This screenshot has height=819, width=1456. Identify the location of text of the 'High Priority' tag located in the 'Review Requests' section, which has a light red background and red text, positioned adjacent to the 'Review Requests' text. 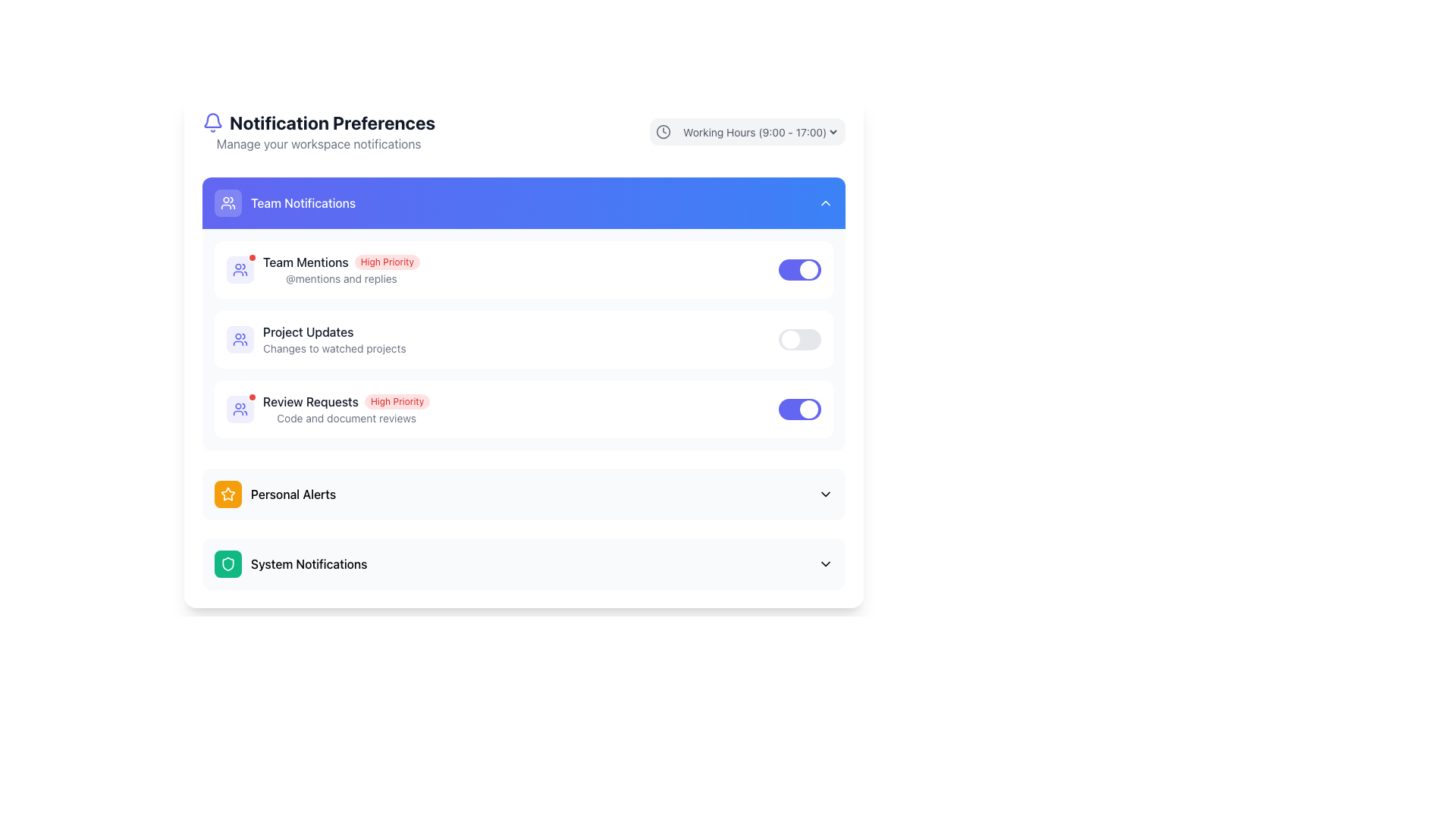
(397, 400).